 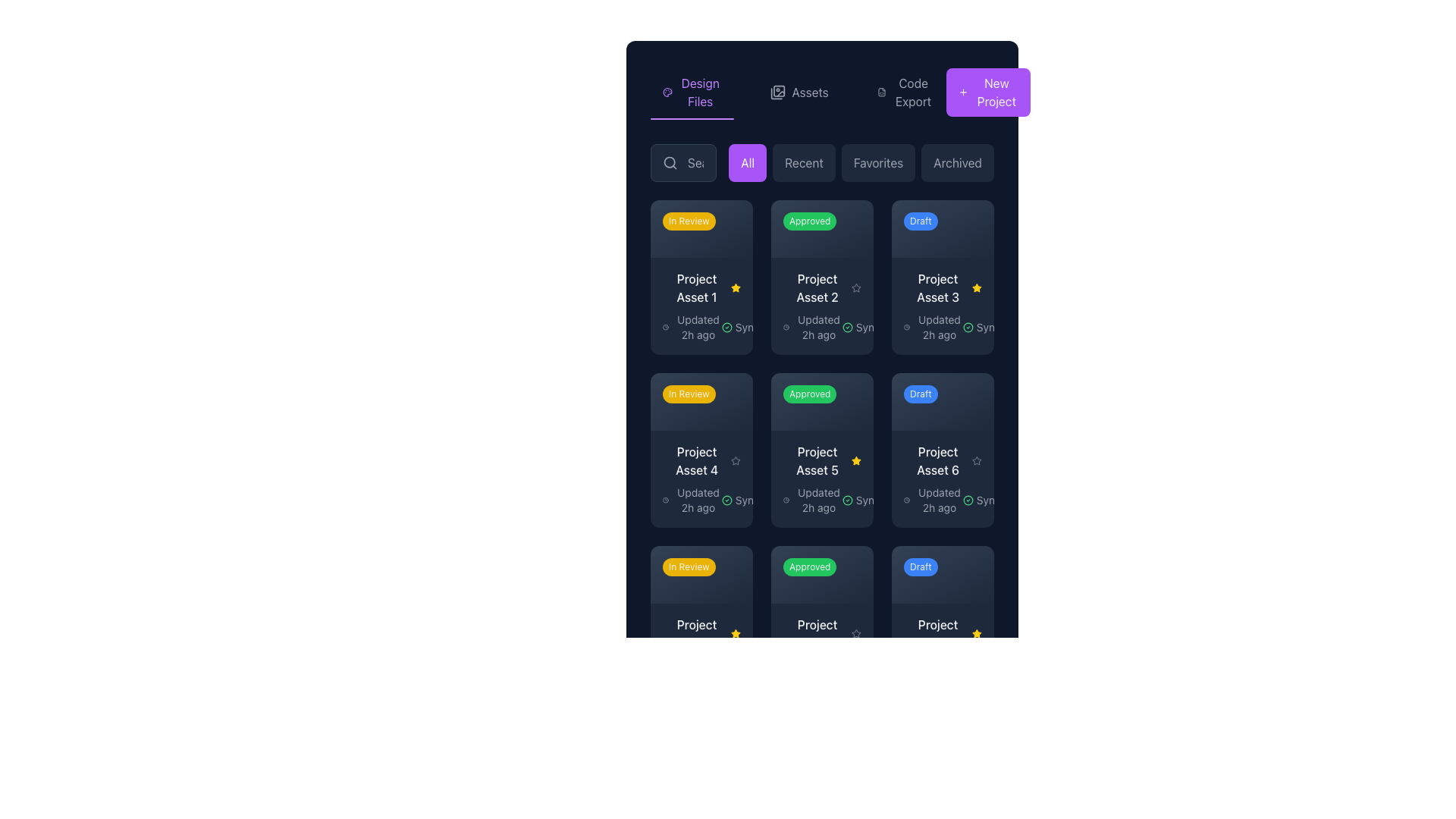 What do you see at coordinates (912, 93) in the screenshot?
I see `the text label displaying 'Code Export'` at bounding box center [912, 93].